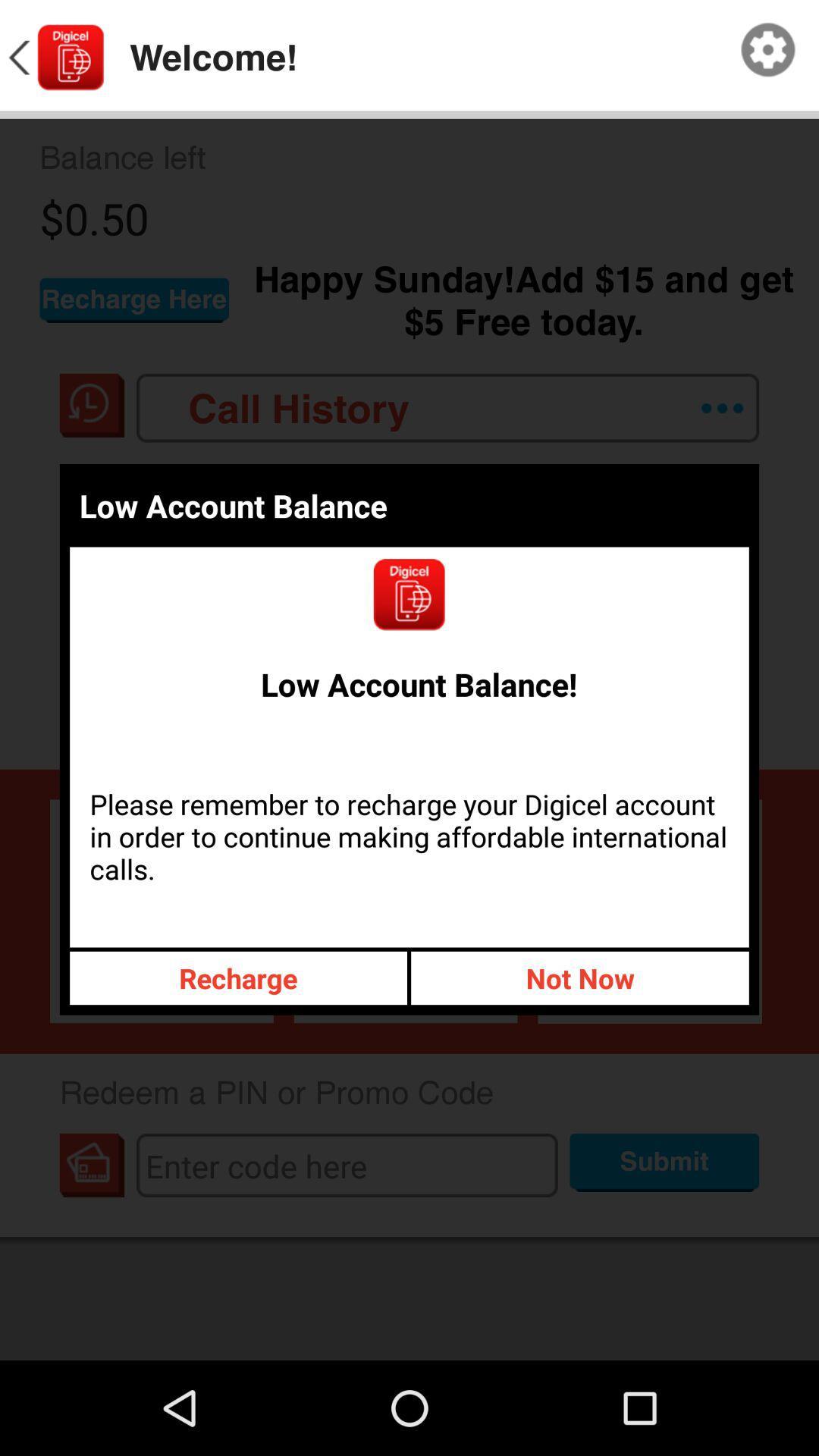  I want to click on the arrow_backward icon, so click(54, 61).